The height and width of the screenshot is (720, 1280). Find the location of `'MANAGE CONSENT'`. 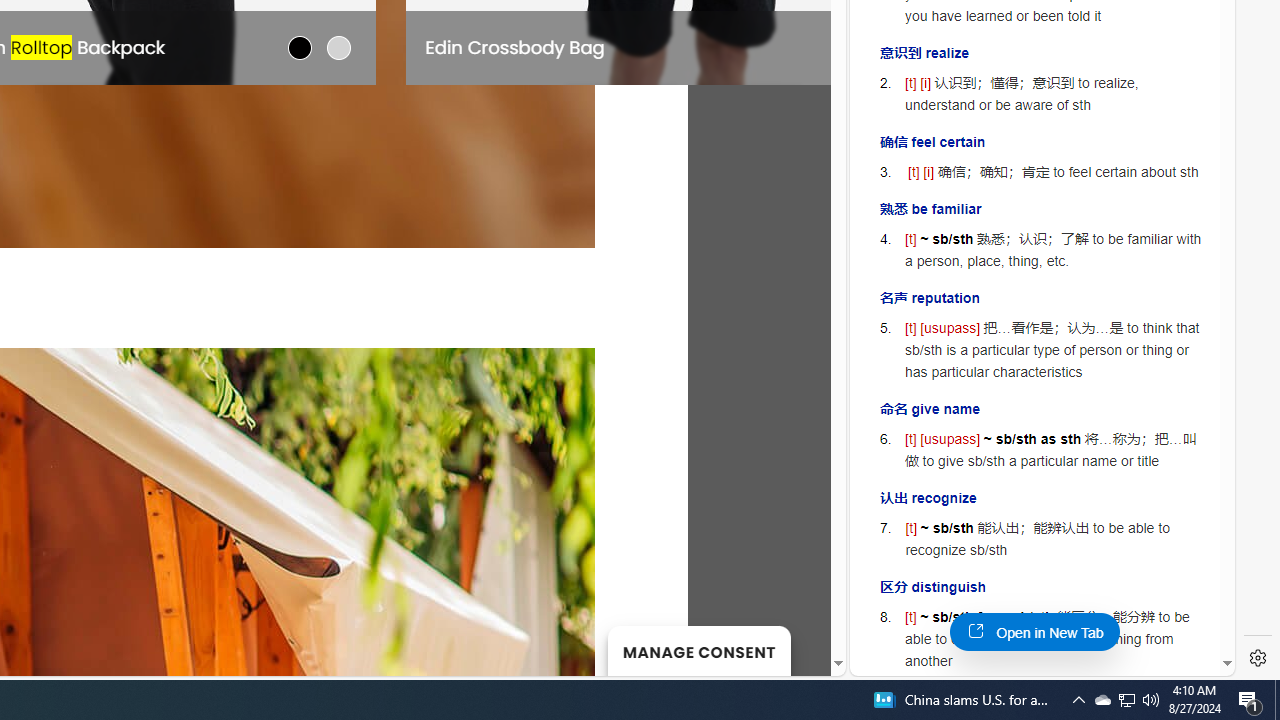

'MANAGE CONSENT' is located at coordinates (698, 650).